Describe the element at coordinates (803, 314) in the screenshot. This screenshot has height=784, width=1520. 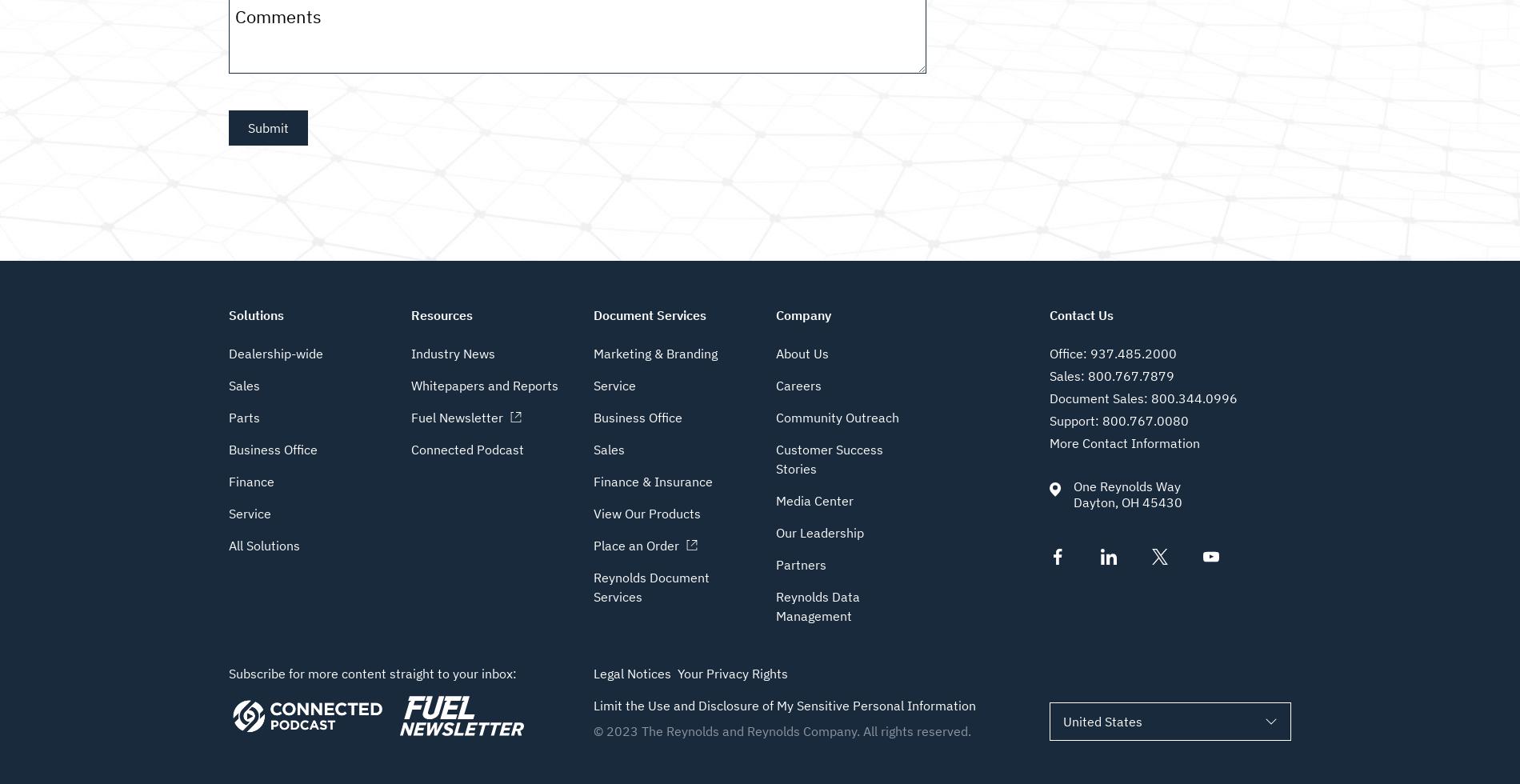
I see `'Company'` at that location.